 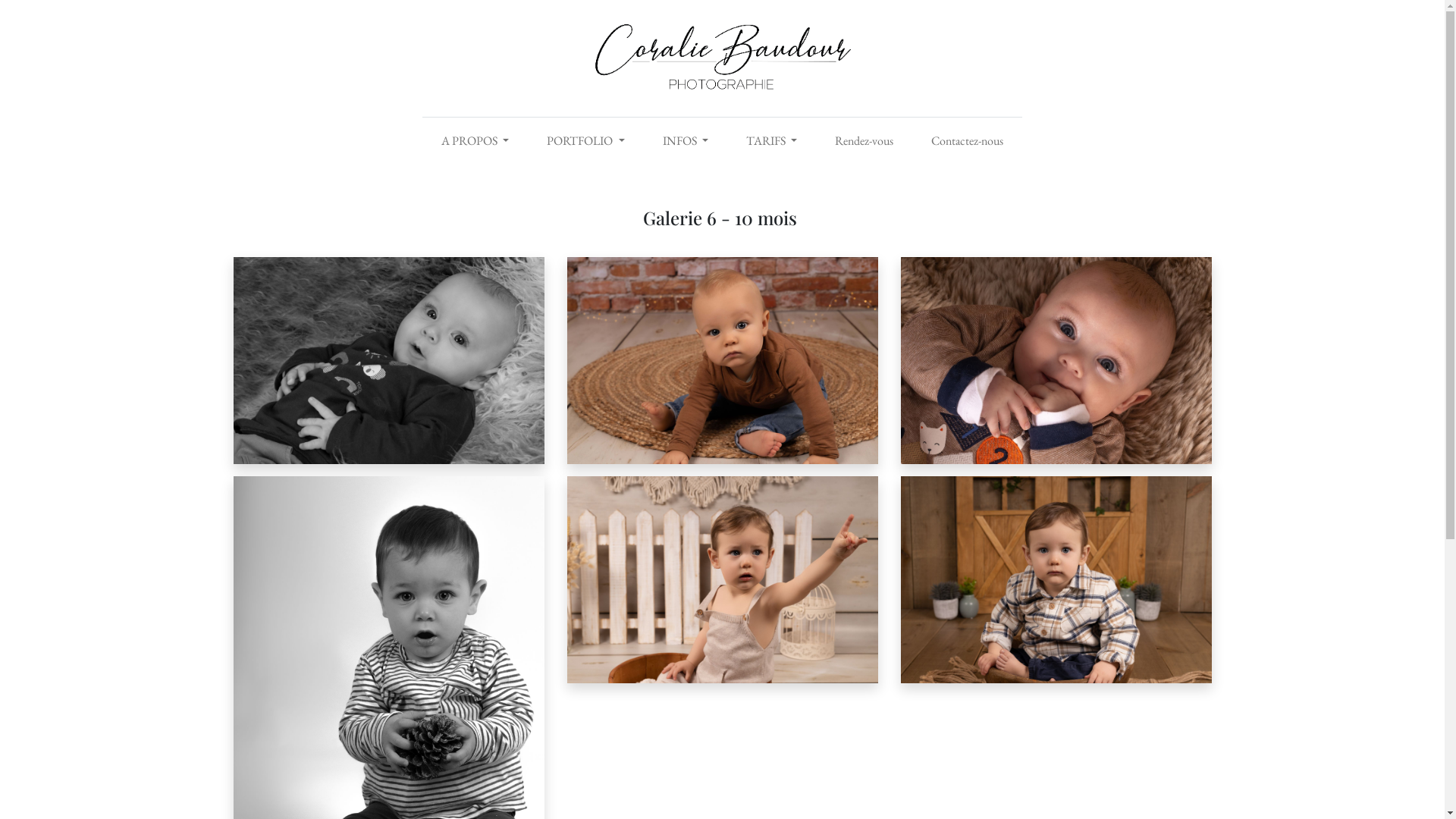 I want to click on 'PORTFOLIO', so click(x=528, y=140).